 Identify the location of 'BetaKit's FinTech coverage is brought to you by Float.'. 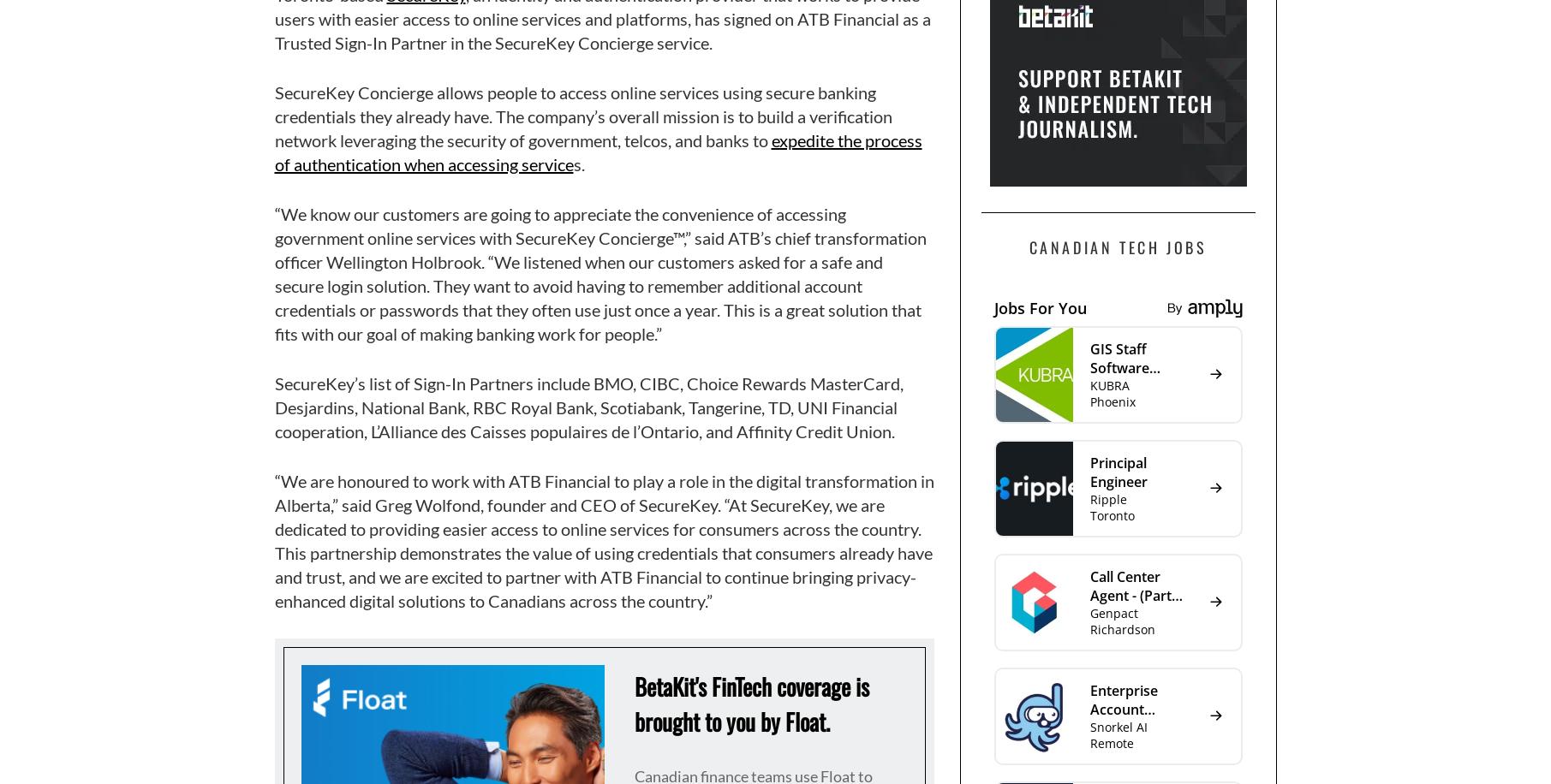
(751, 704).